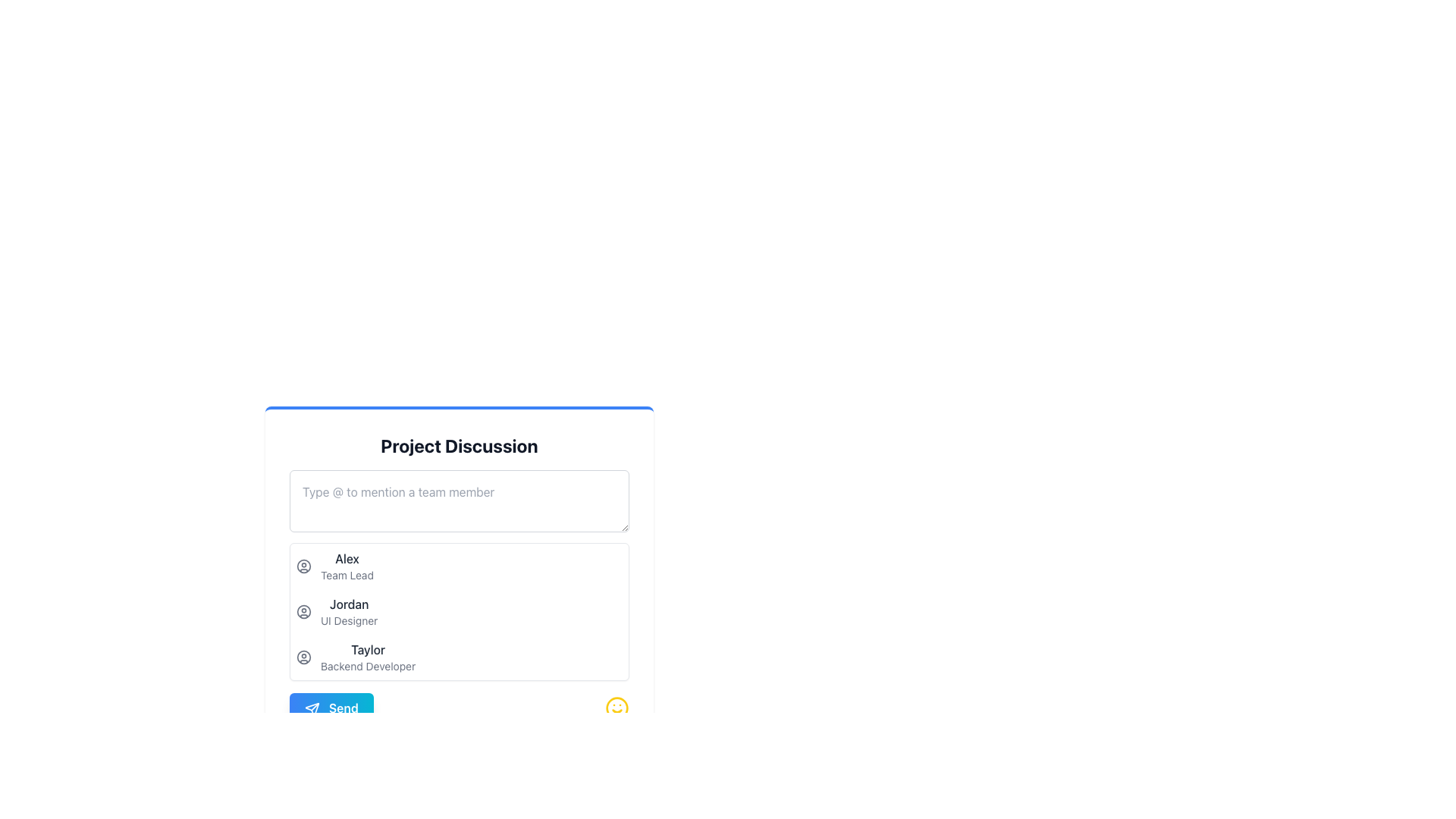 The image size is (1456, 819). I want to click on the blue gradient 'Send' button with rounded corners and white text, located at the bottom-left corner of the footer section in the discussion interface to send a message, so click(331, 708).